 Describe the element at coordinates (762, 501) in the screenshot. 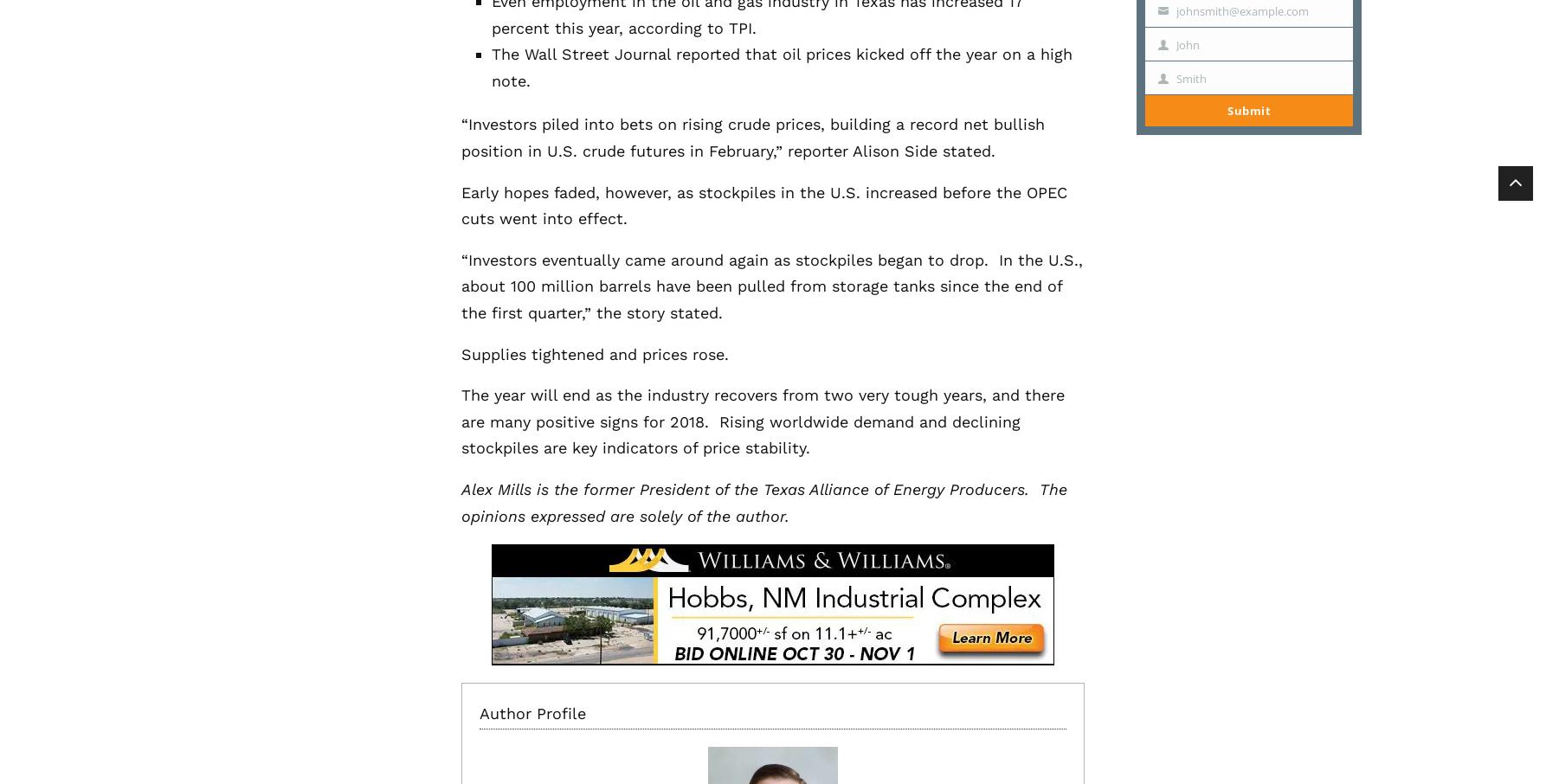

I see `'Alex Mills is the former President of the Texas Alliance of Energy Producers.  The opinions expressed are solely of the author.'` at that location.